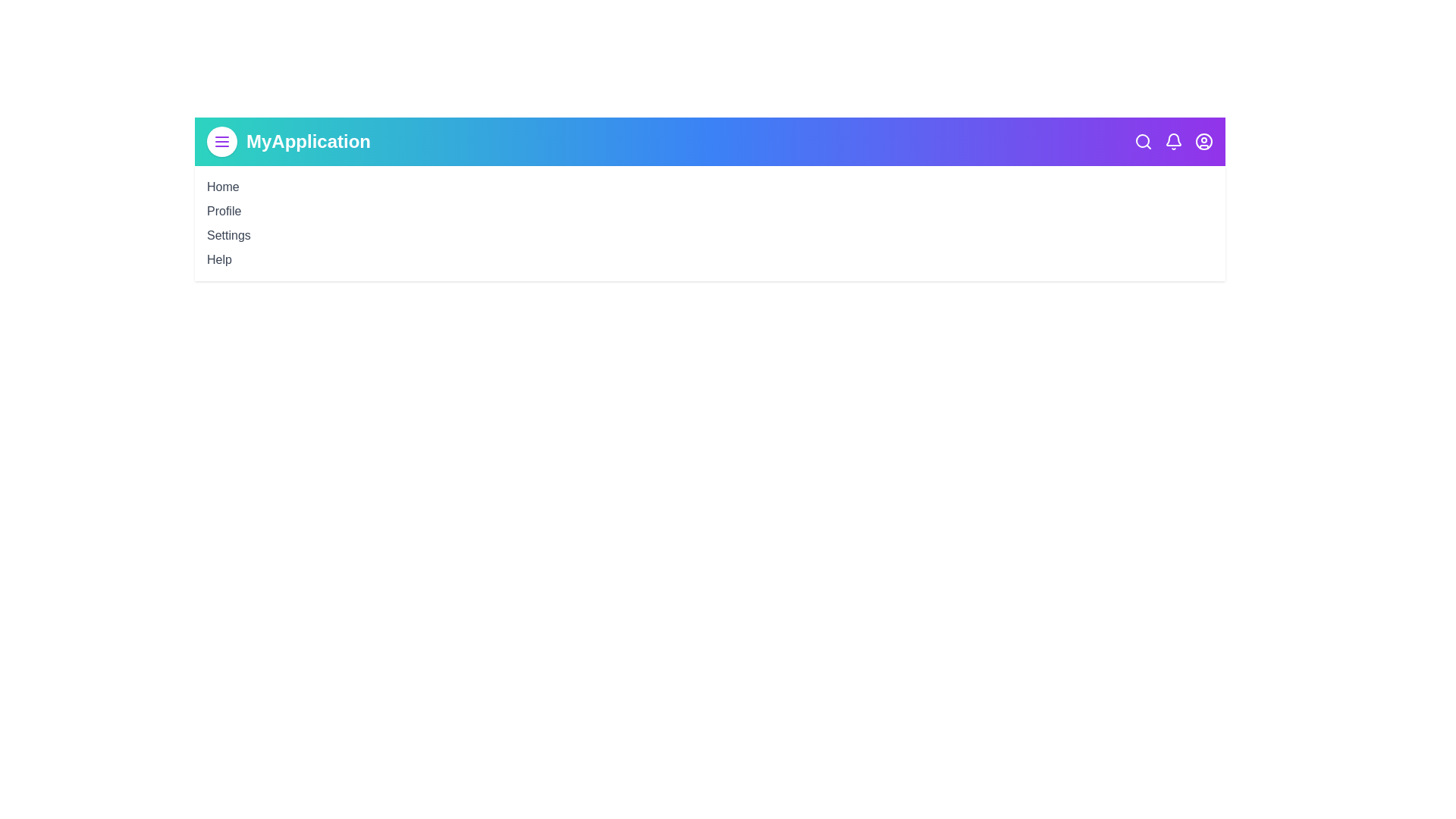  Describe the element at coordinates (218, 259) in the screenshot. I see `the Help navigation link` at that location.